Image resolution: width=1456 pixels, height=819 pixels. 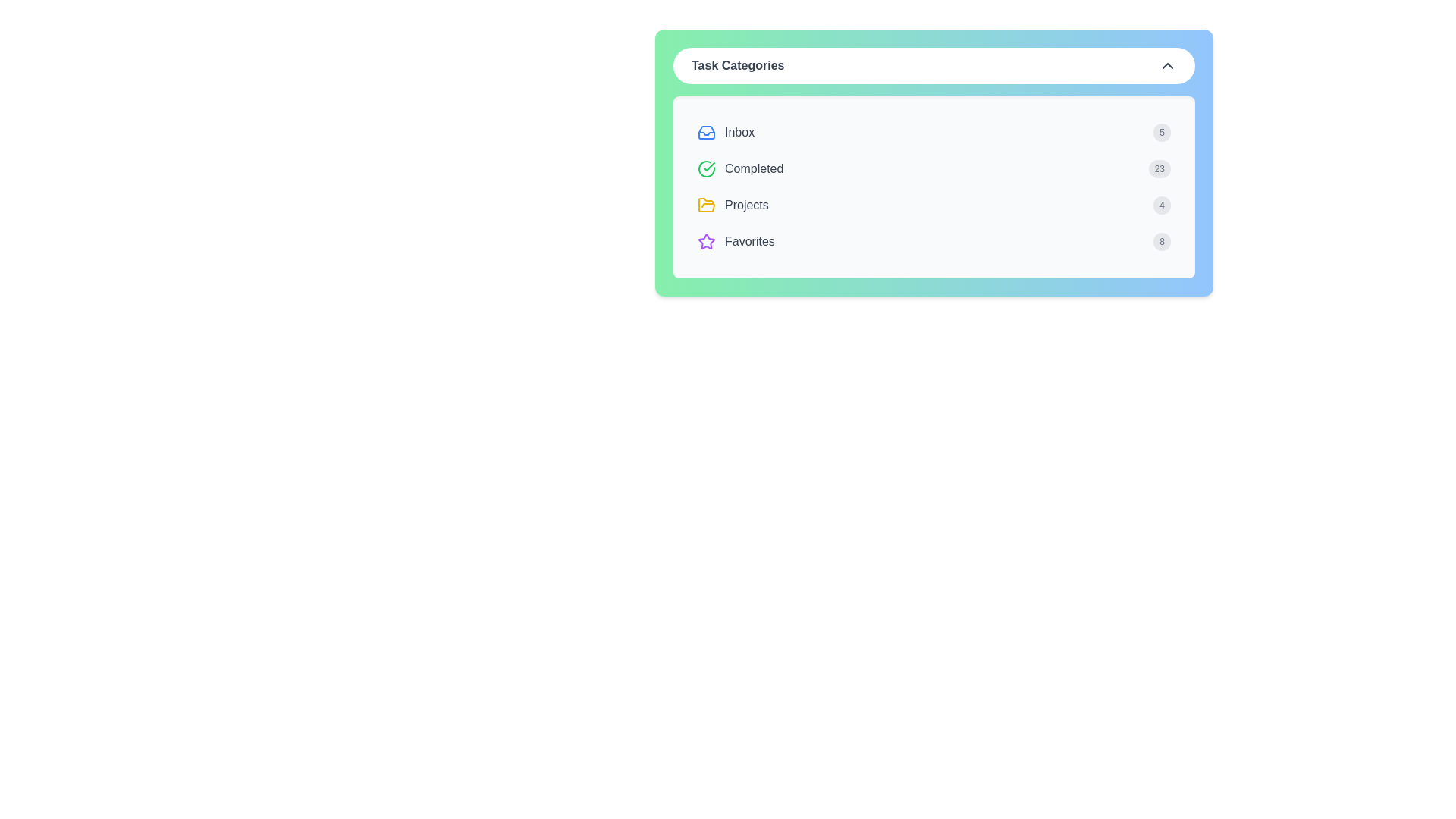 I want to click on information contained in the 'Task Categories' List section that categorizes tasks into 'Inbox,' 'Completed,' 'Projects,' and 'Favorites.', so click(x=934, y=186).